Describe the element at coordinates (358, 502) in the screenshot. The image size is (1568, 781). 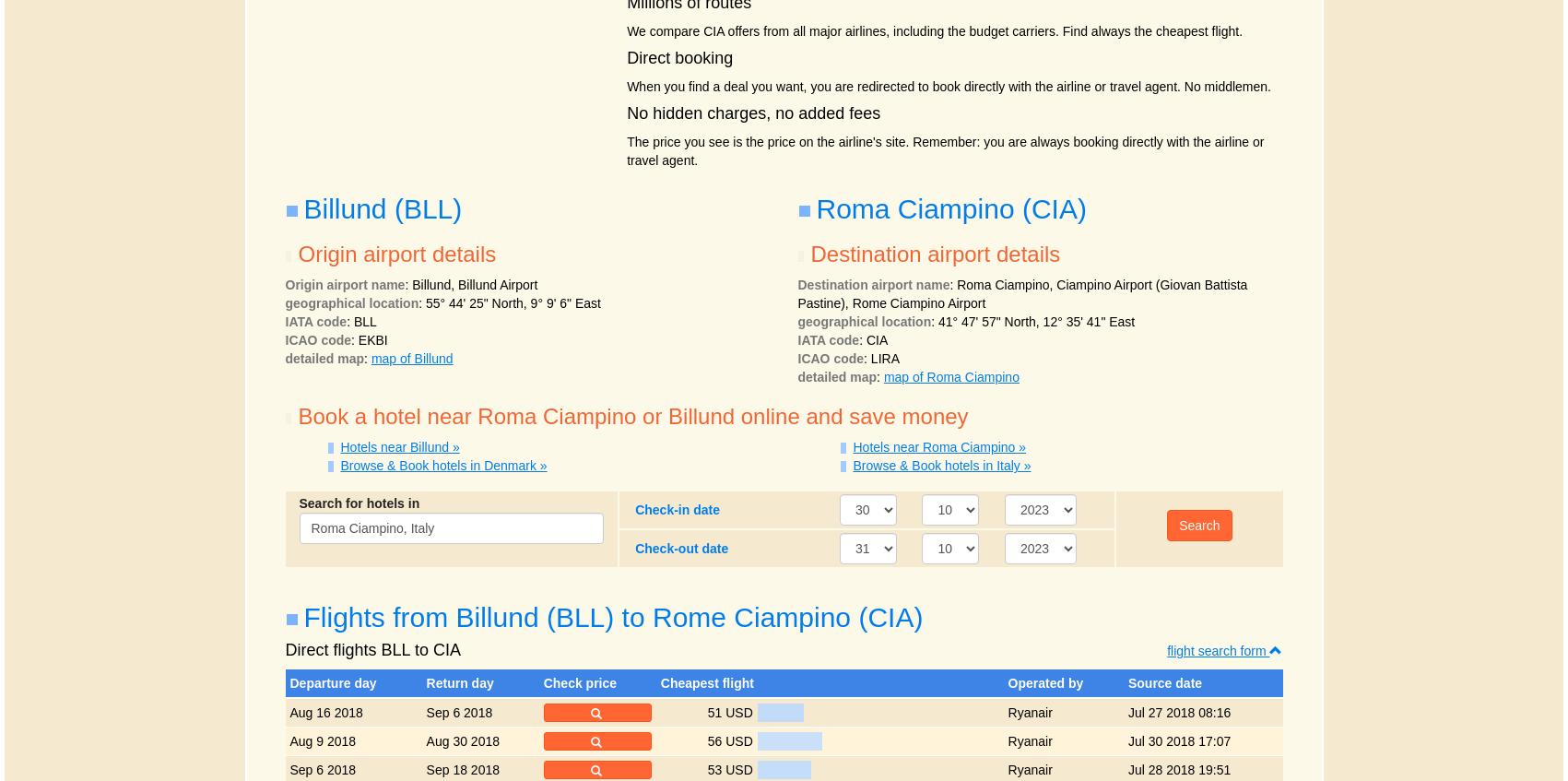
I see `'Search for hotels in'` at that location.